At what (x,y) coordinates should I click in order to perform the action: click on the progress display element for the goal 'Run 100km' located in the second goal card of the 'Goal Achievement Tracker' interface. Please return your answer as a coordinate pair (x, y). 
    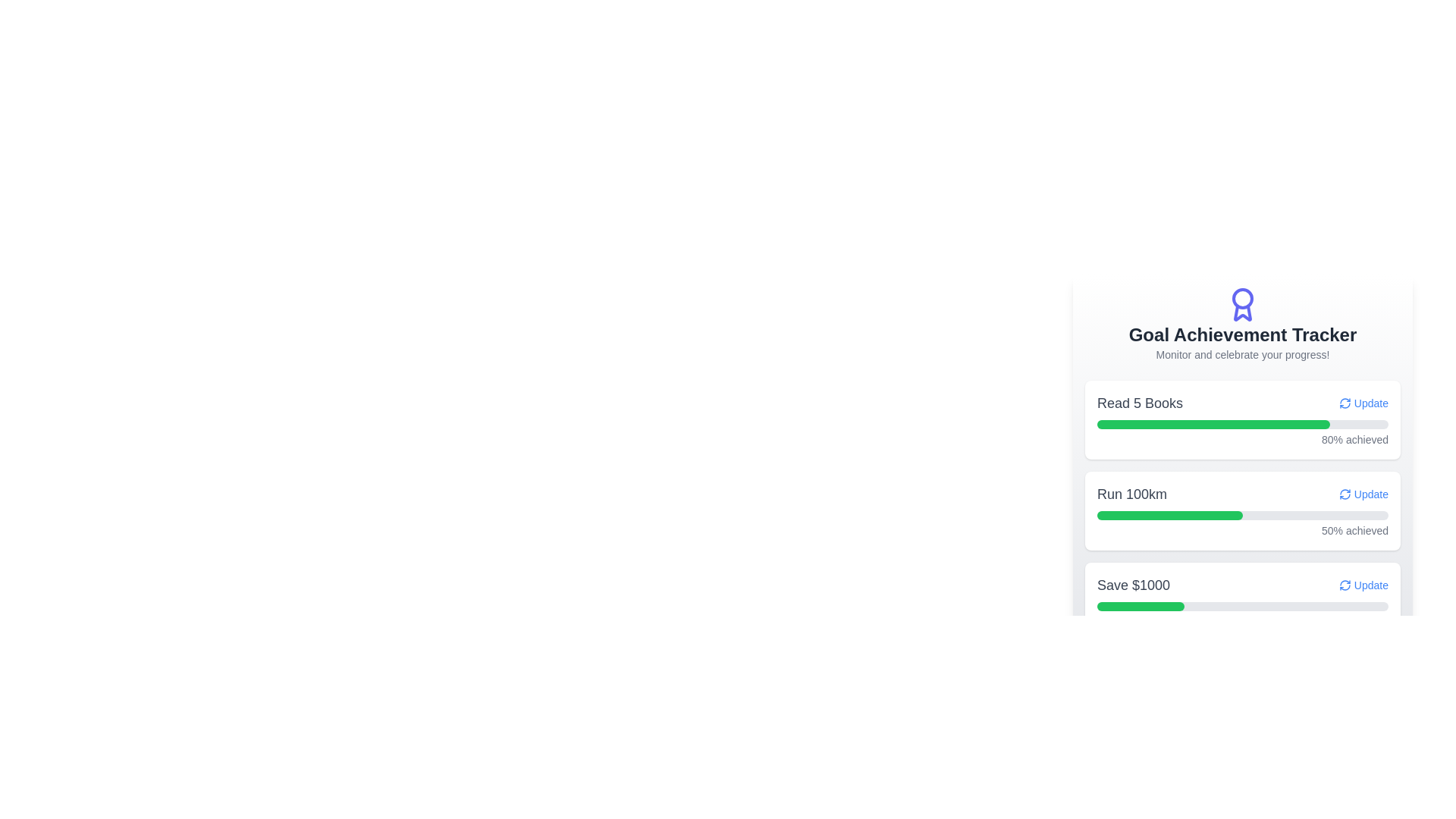
    Looking at the image, I should click on (1242, 494).